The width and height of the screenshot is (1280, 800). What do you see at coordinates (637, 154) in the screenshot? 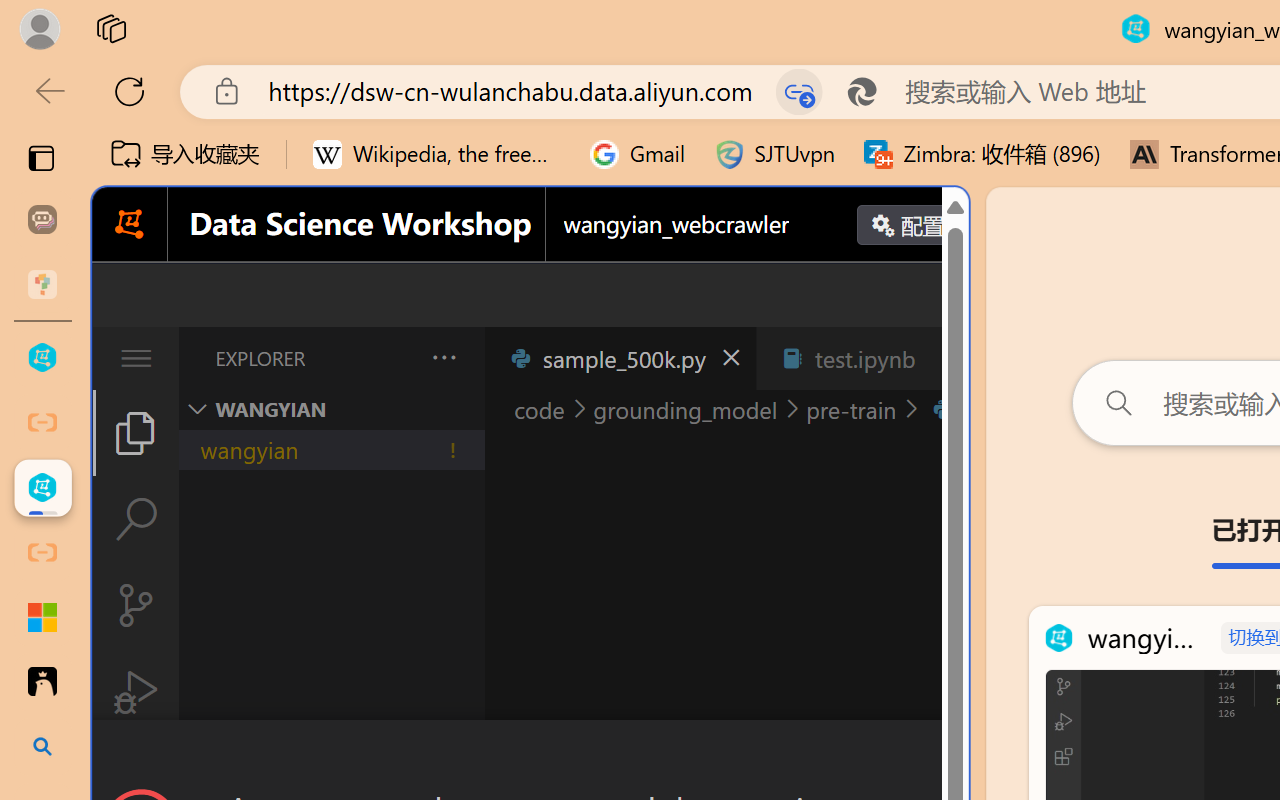
I see `'Gmail'` at bounding box center [637, 154].